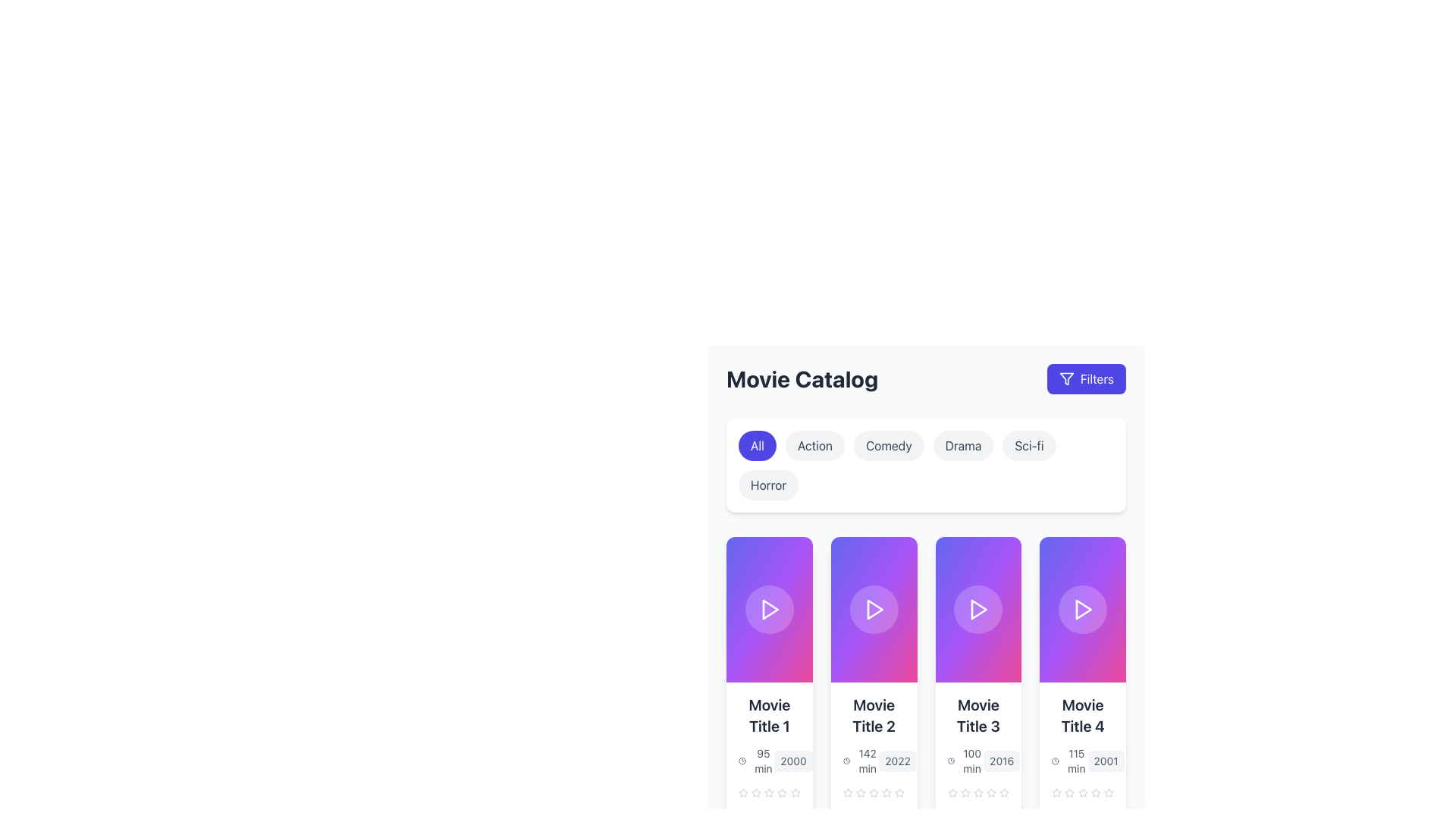 The height and width of the screenshot is (819, 1456). Describe the element at coordinates (925, 464) in the screenshot. I see `the horizontal list of selectable movie categories, which includes the active category 'All' highlighted in purple` at that location.